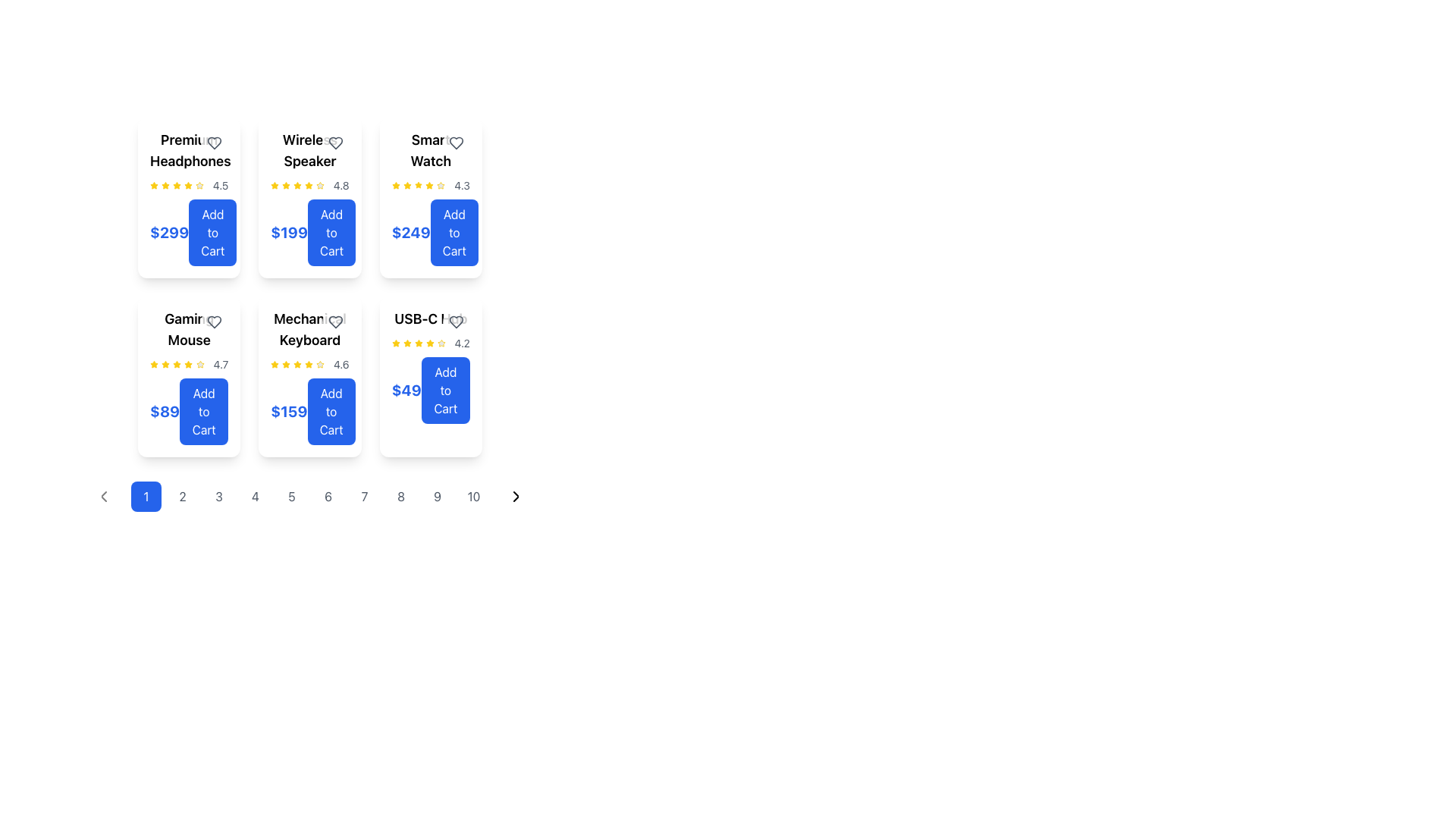 This screenshot has height=819, width=1456. I want to click on the text element labeled 'Premium Headphones', so click(188, 151).